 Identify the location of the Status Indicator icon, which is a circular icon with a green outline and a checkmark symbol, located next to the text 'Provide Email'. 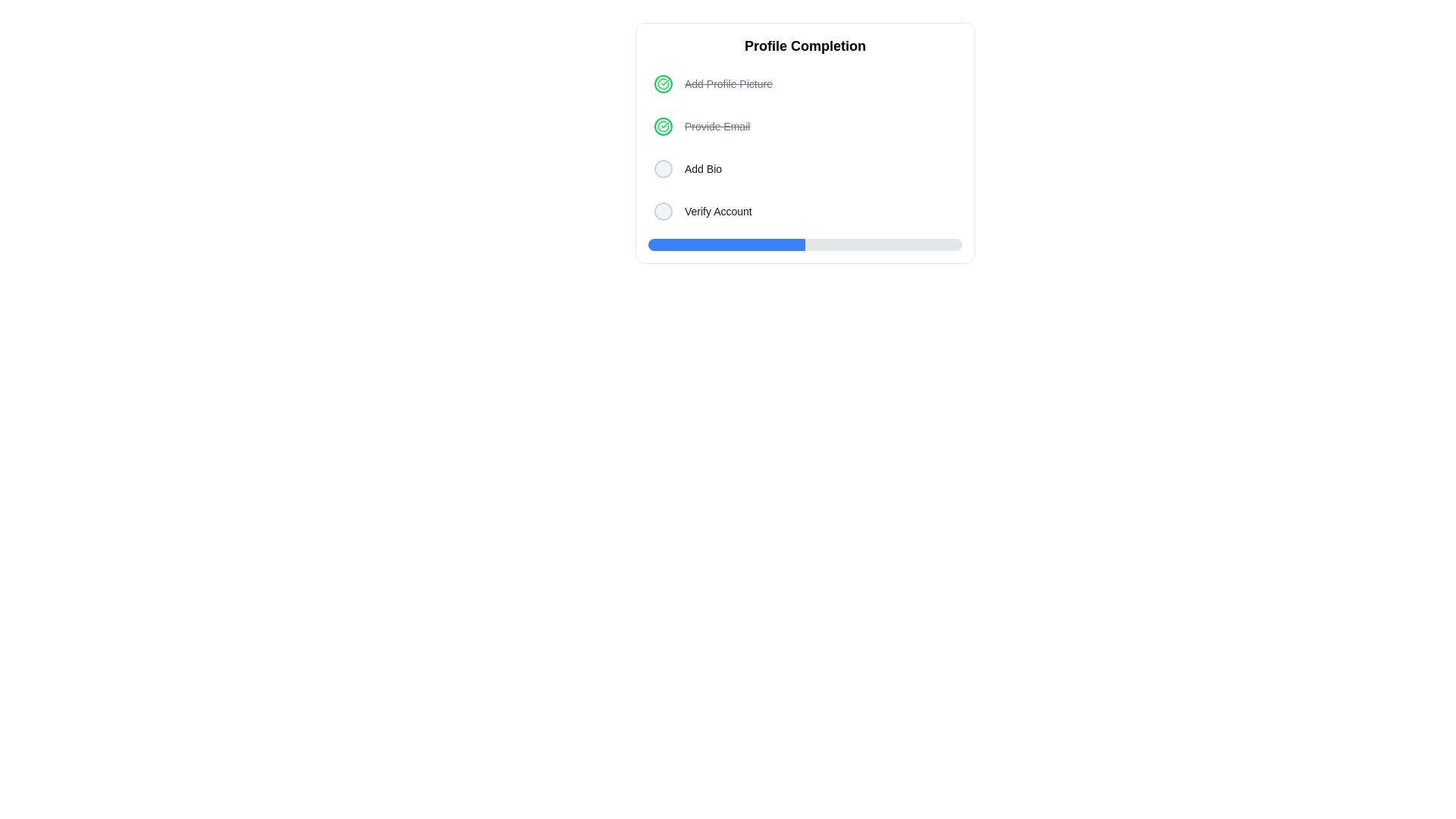
(663, 125).